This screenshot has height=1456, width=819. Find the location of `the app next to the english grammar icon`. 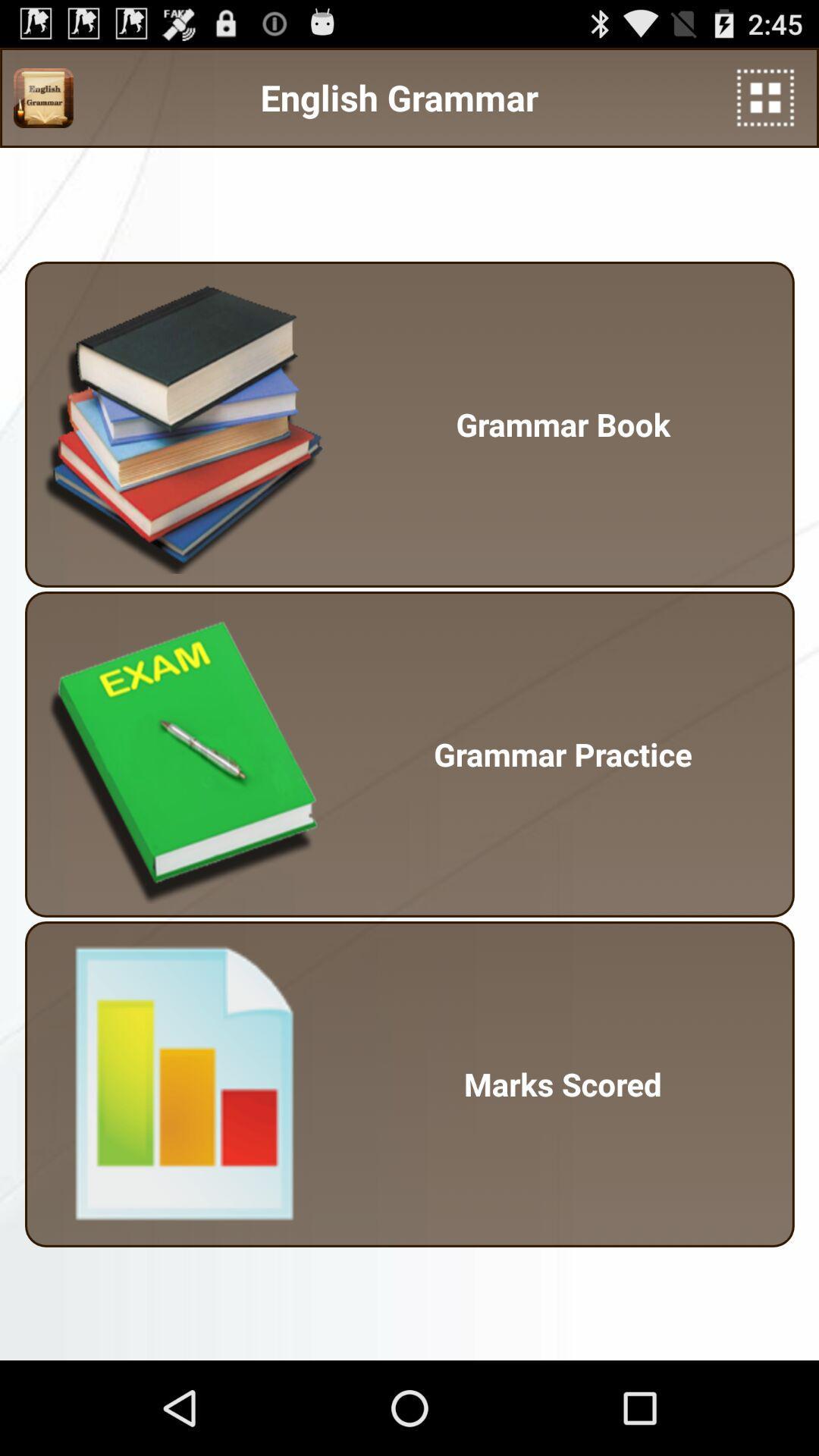

the app next to the english grammar icon is located at coordinates (42, 97).